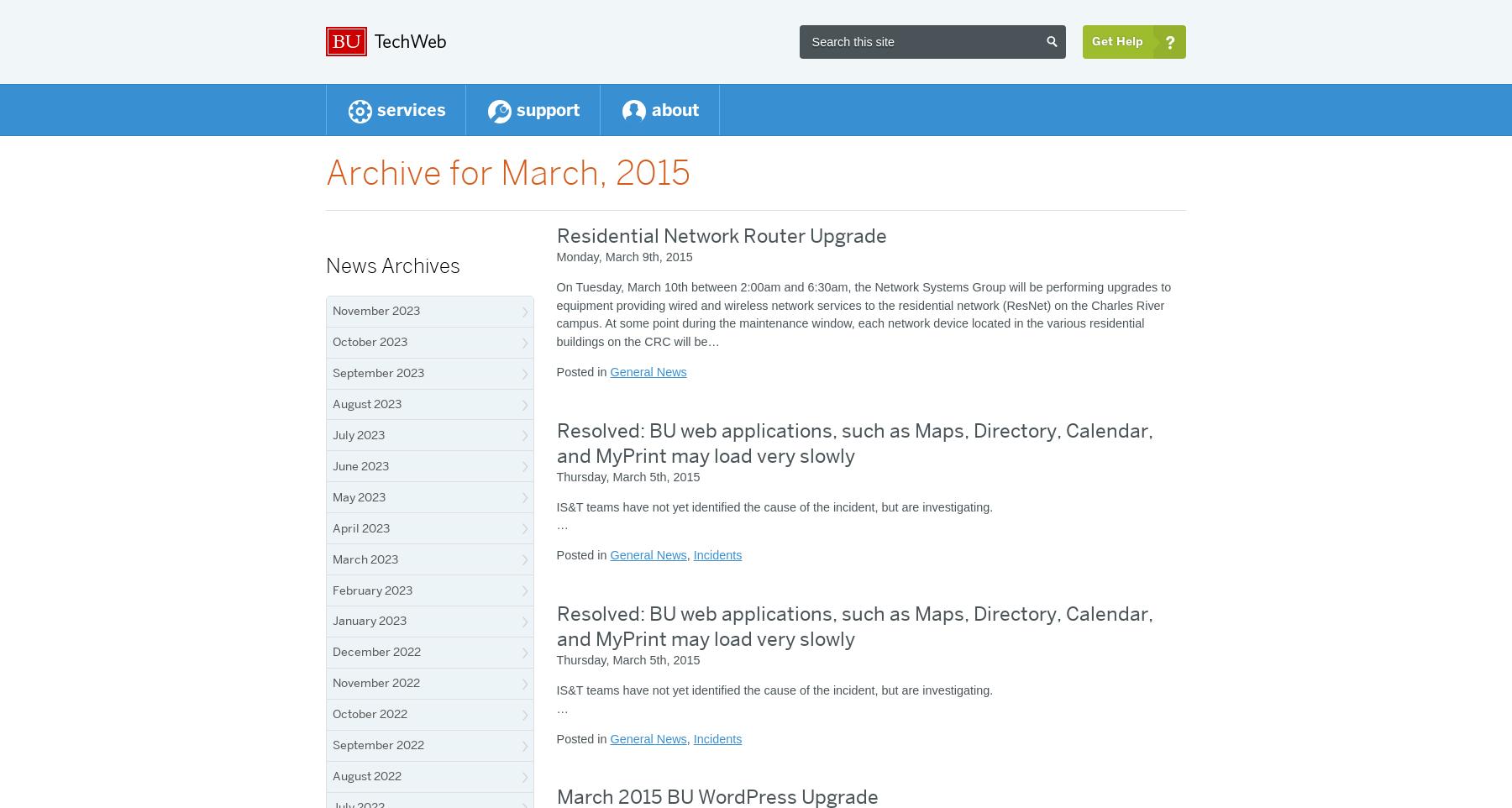  I want to click on 'August 2022', so click(367, 776).